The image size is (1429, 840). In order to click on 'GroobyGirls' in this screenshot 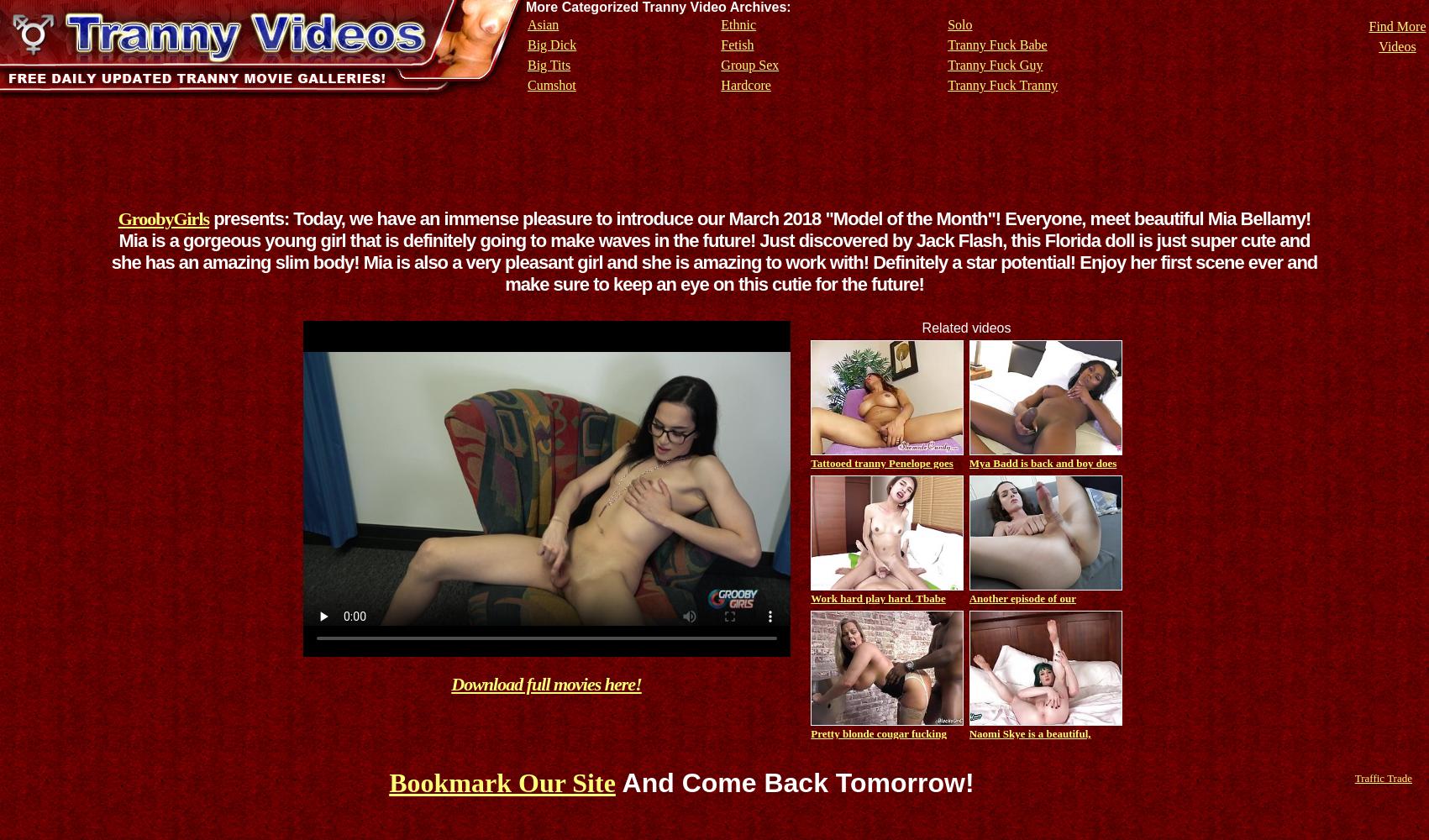, I will do `click(116, 218)`.